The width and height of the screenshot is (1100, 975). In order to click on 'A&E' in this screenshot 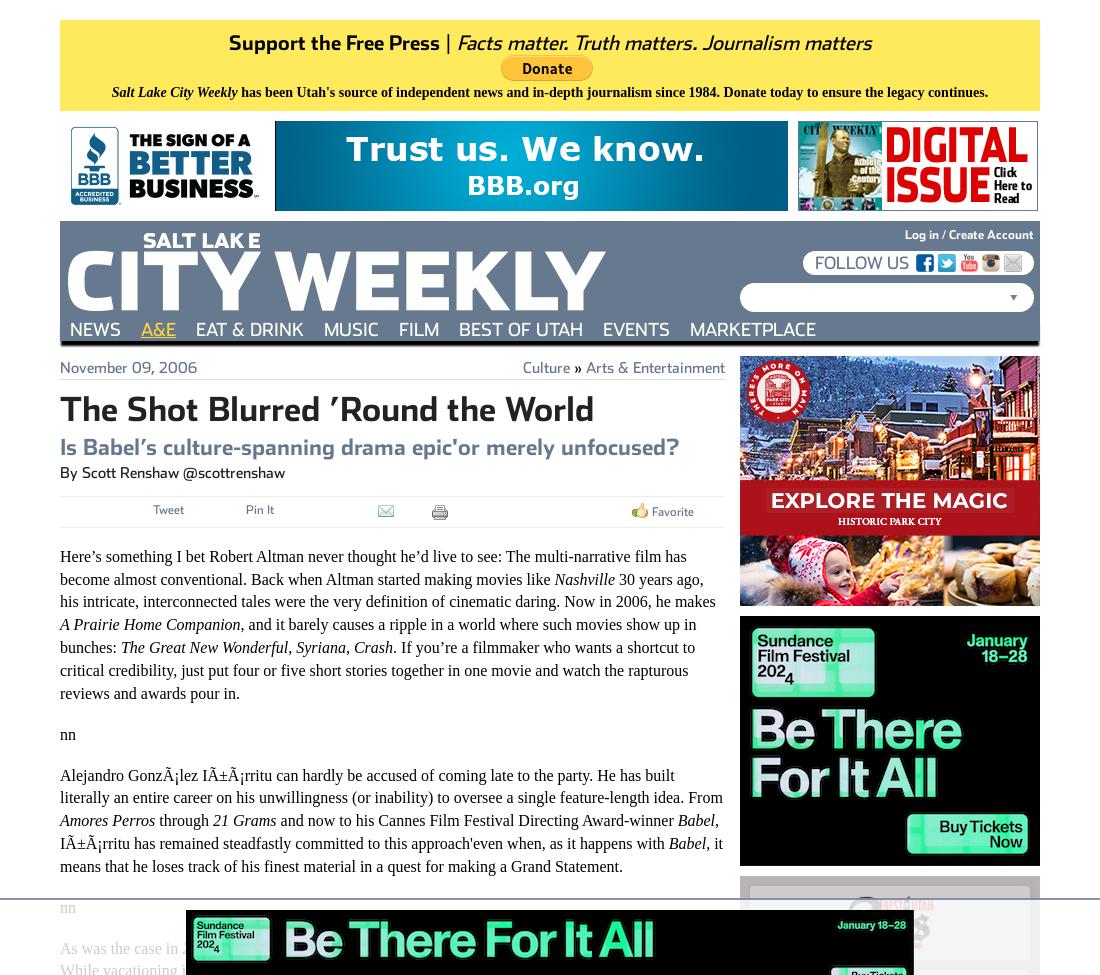, I will do `click(157, 328)`.